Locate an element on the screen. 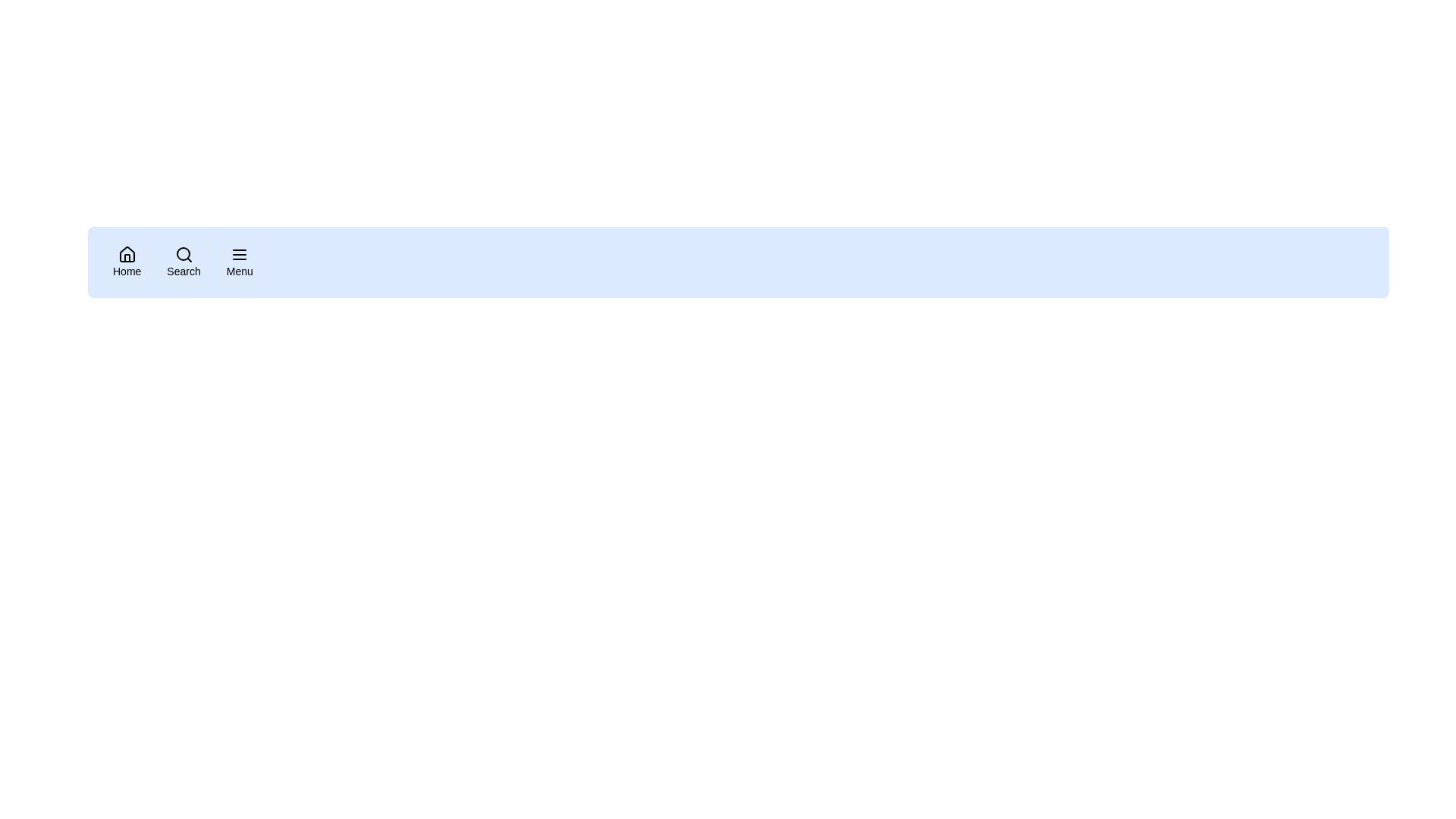  the third icon from the left in the navigation bar, which consists of three horizontal lines representing a menu icon is located at coordinates (239, 253).